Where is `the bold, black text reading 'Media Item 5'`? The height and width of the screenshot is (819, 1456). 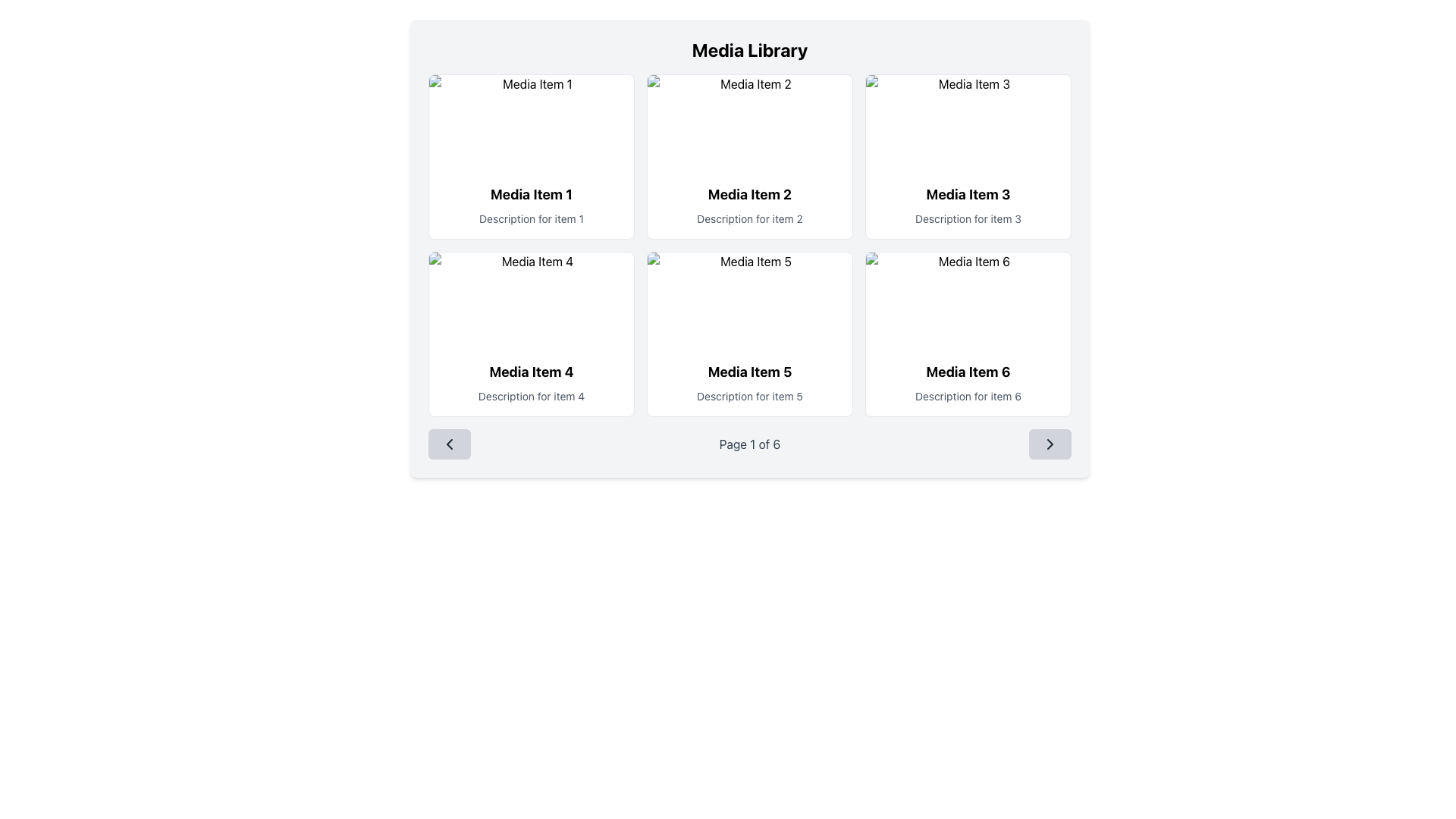 the bold, black text reading 'Media Item 5' is located at coordinates (749, 372).